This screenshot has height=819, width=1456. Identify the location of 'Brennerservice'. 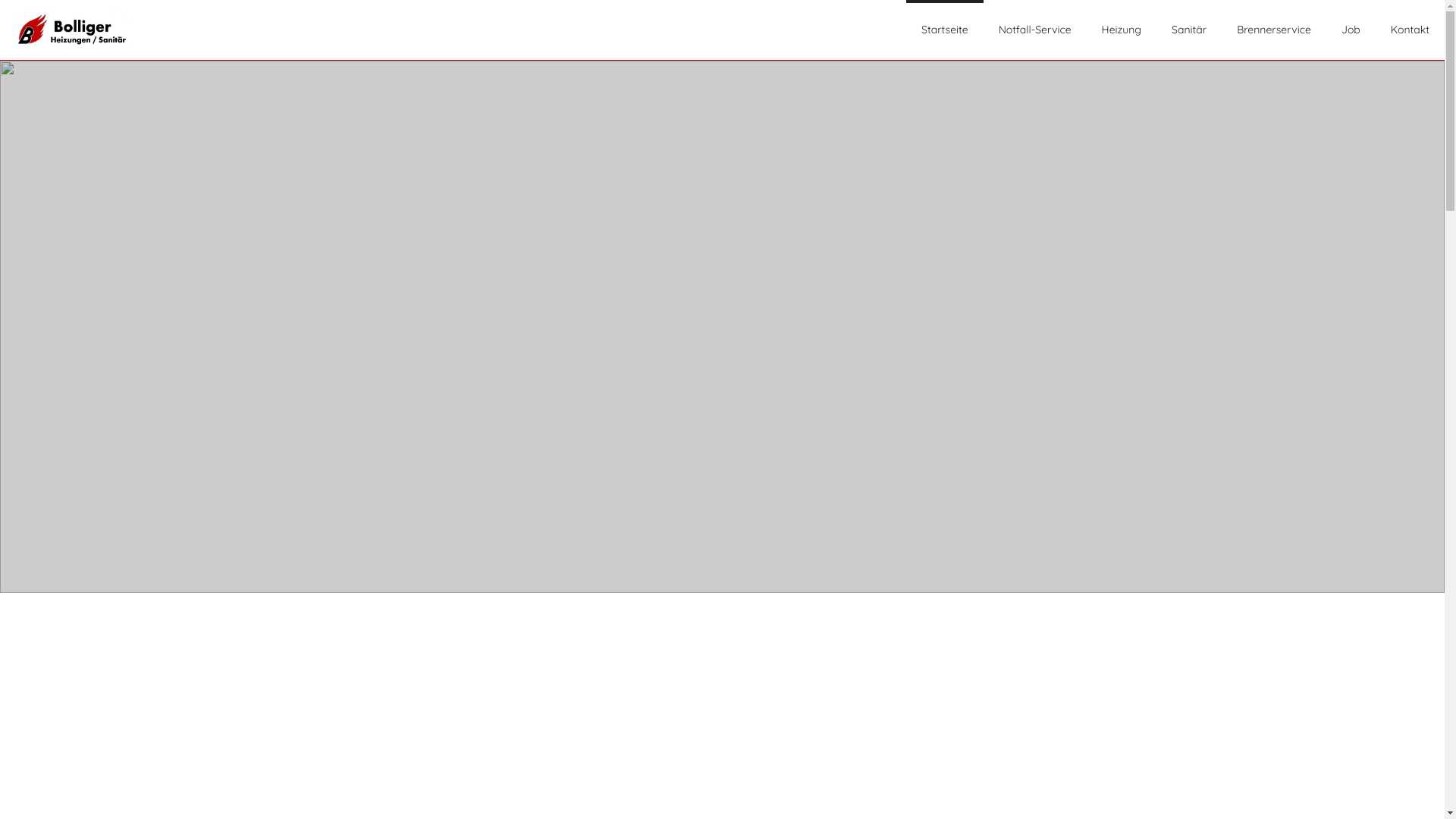
(1237, 30).